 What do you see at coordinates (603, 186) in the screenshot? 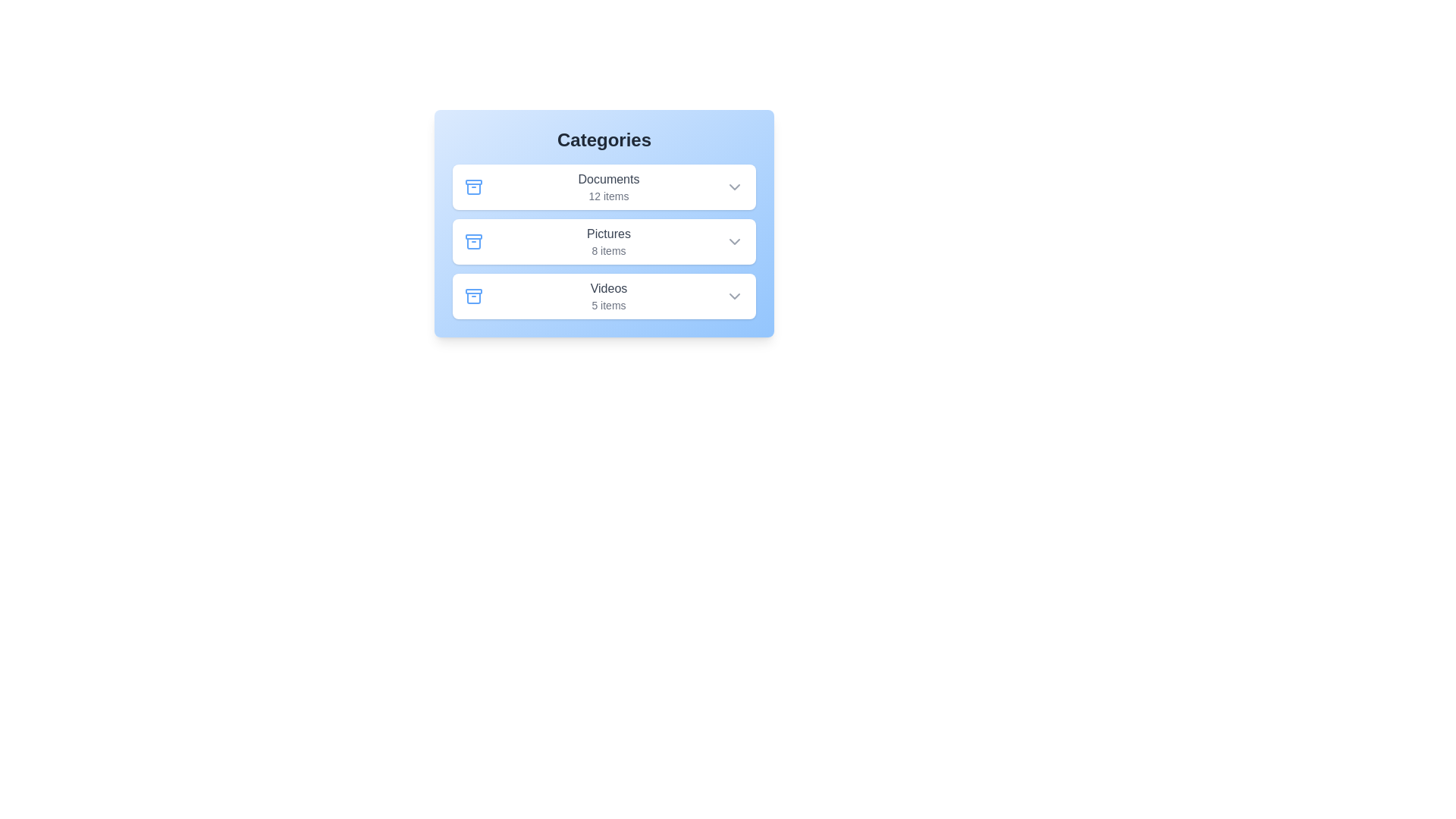
I see `the category item Documents to highlight it` at bounding box center [603, 186].